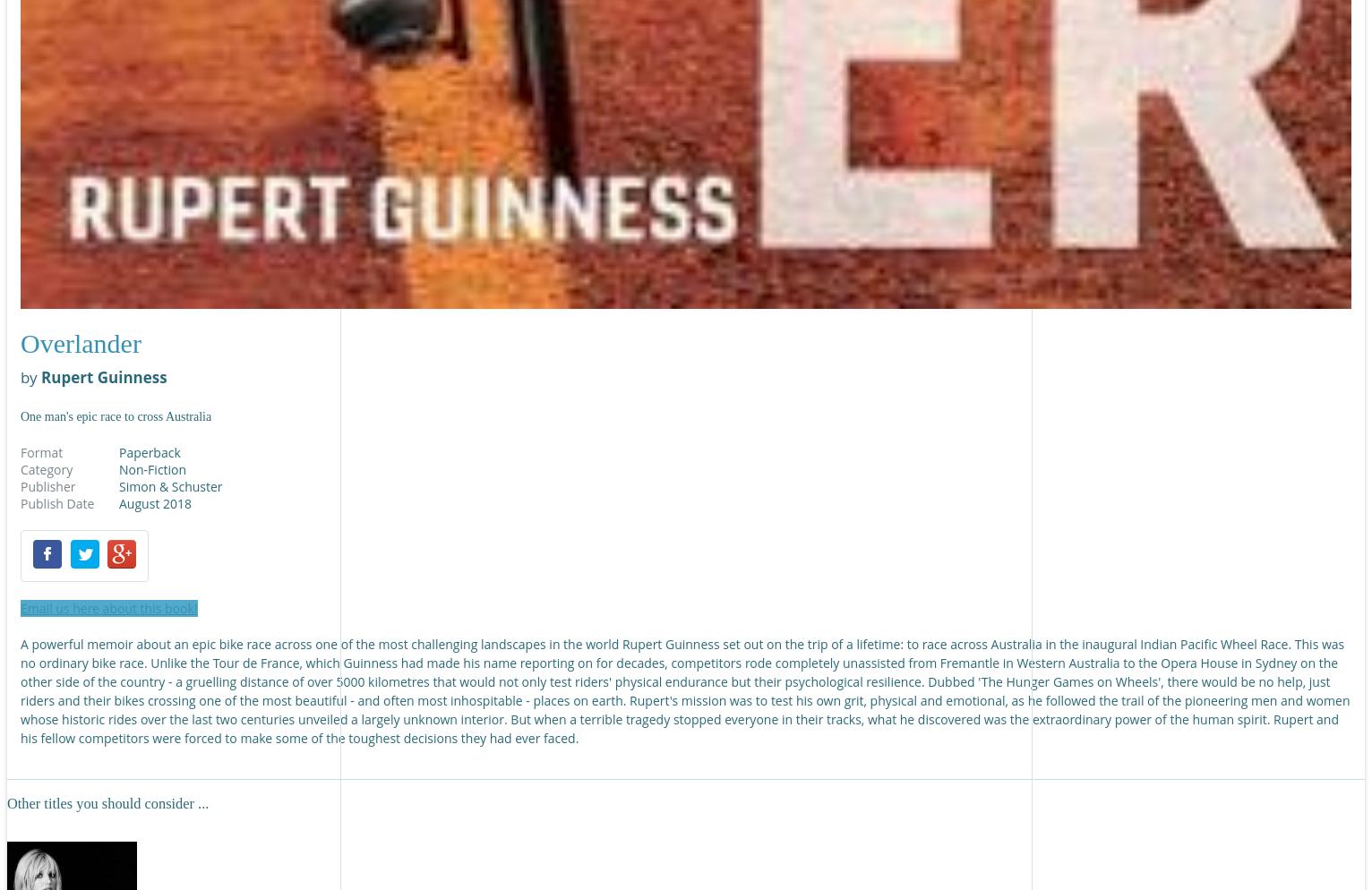  I want to click on 'One man's epic race to cross Australia', so click(115, 415).